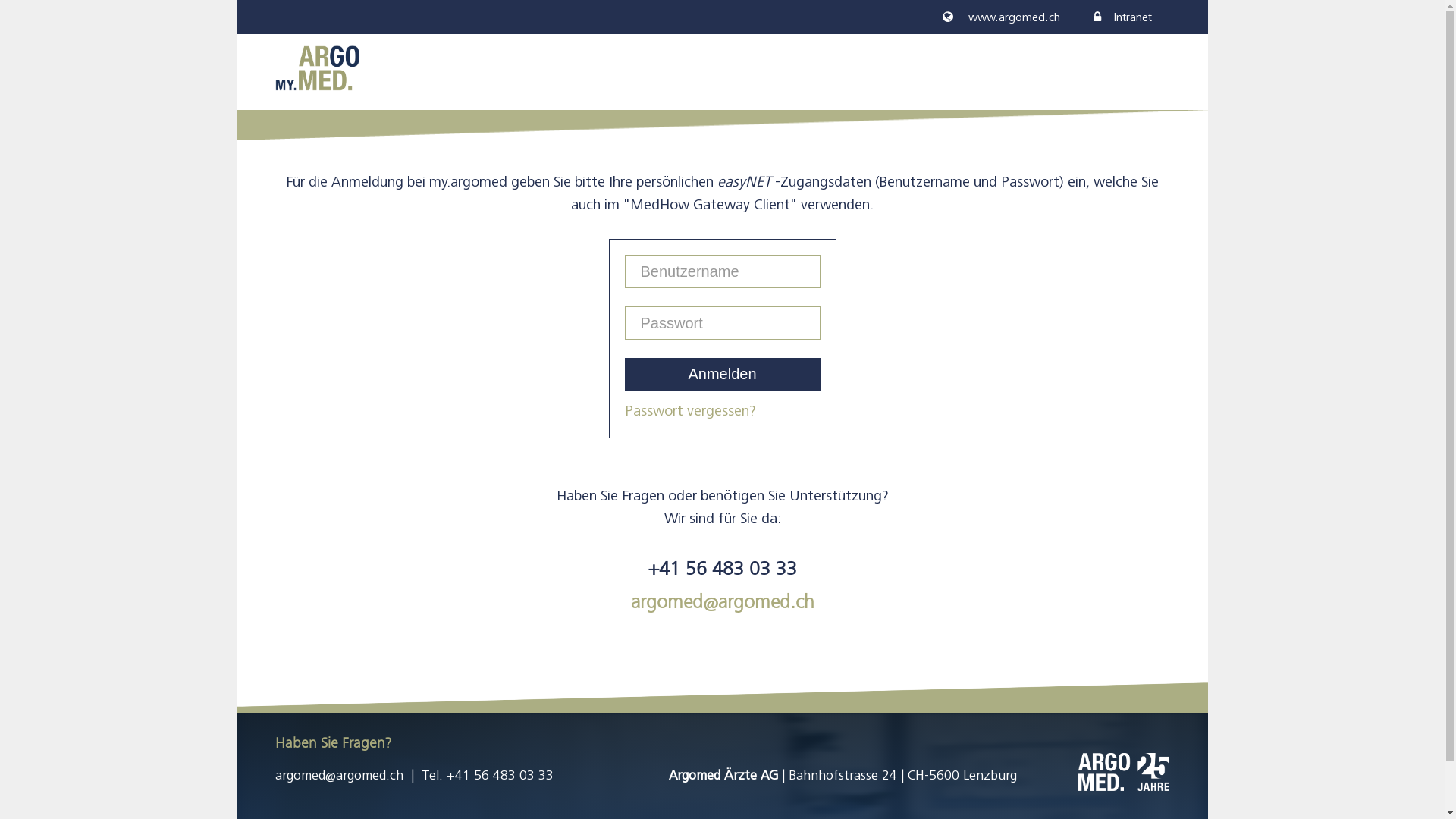 This screenshot has width=1456, height=819. Describe the element at coordinates (625, 374) in the screenshot. I see `'Anmelden'` at that location.